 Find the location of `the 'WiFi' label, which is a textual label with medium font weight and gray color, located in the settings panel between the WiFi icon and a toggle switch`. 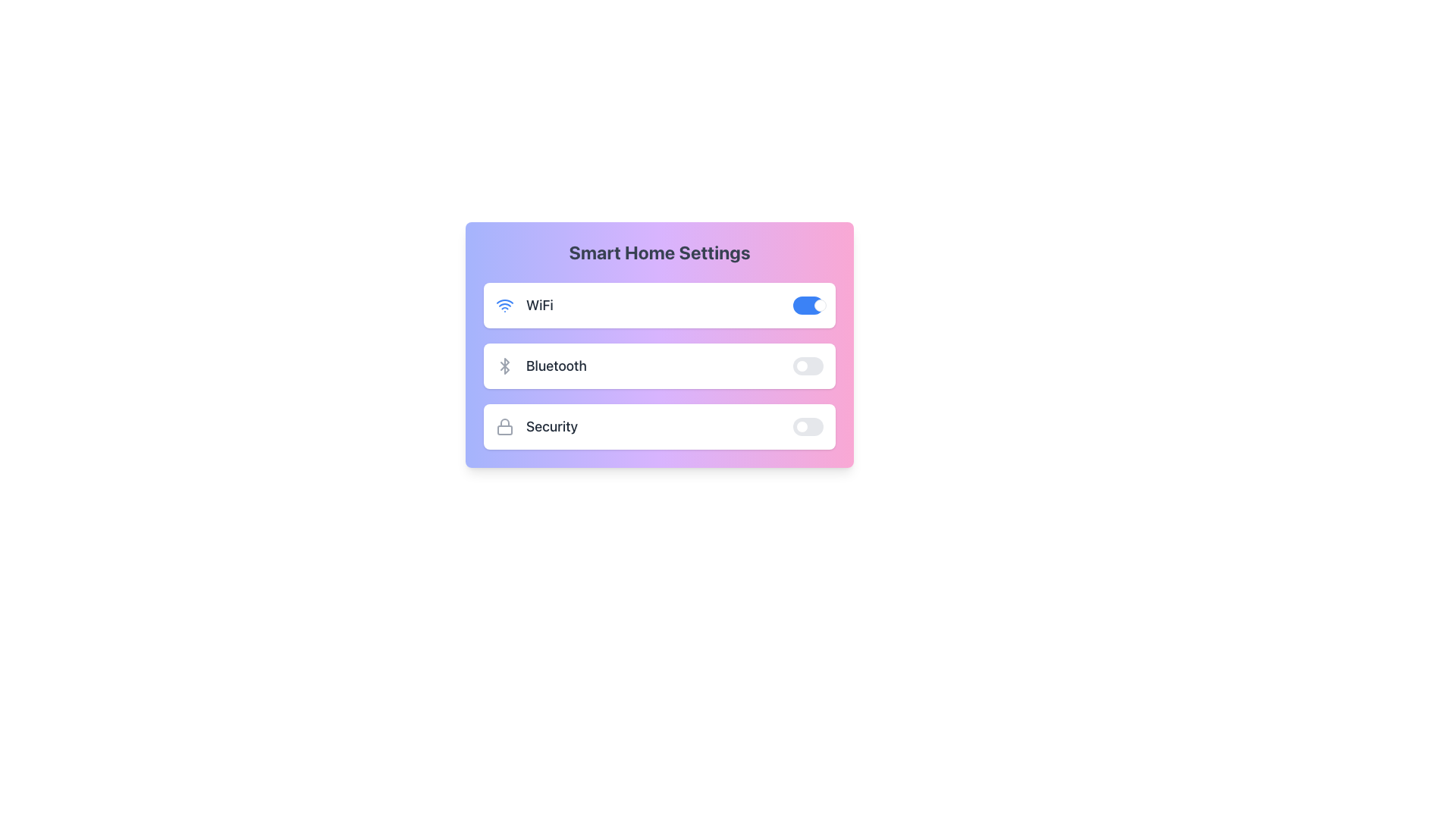

the 'WiFi' label, which is a textual label with medium font weight and gray color, located in the settings panel between the WiFi icon and a toggle switch is located at coordinates (539, 305).